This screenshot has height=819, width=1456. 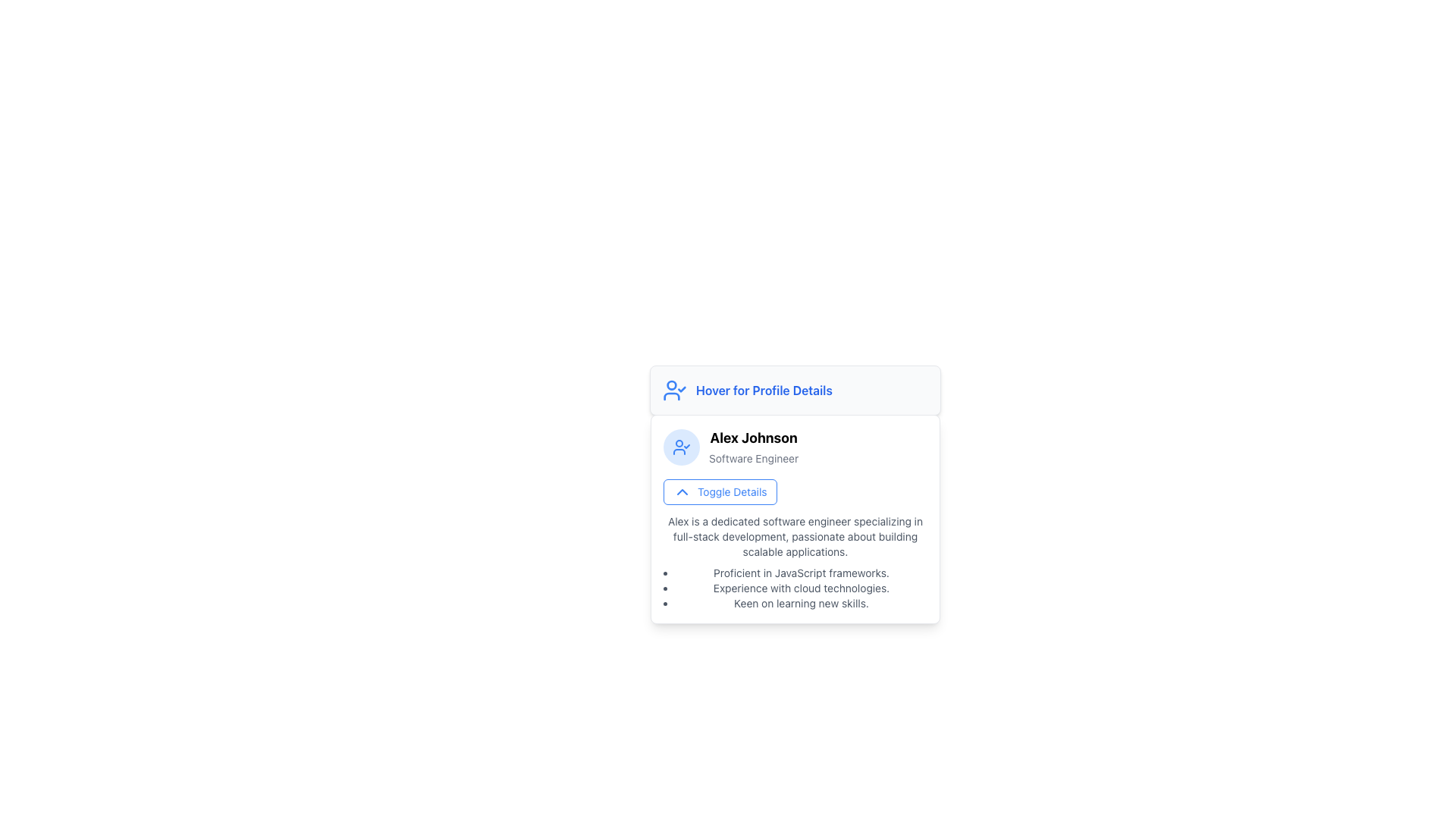 What do you see at coordinates (800, 573) in the screenshot?
I see `the first bulleted item that displays the text 'Proficient in JavaScript frameworks.' in a black font` at bounding box center [800, 573].